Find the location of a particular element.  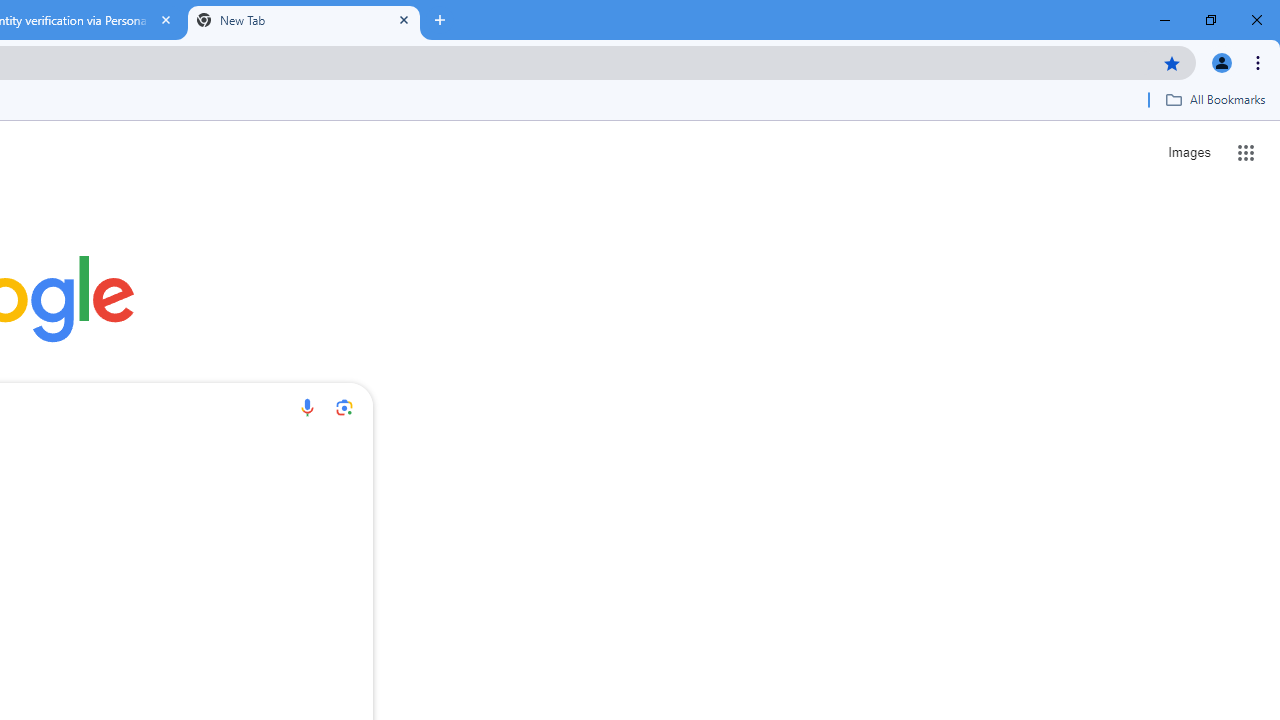

'New Tab' is located at coordinates (303, 20).